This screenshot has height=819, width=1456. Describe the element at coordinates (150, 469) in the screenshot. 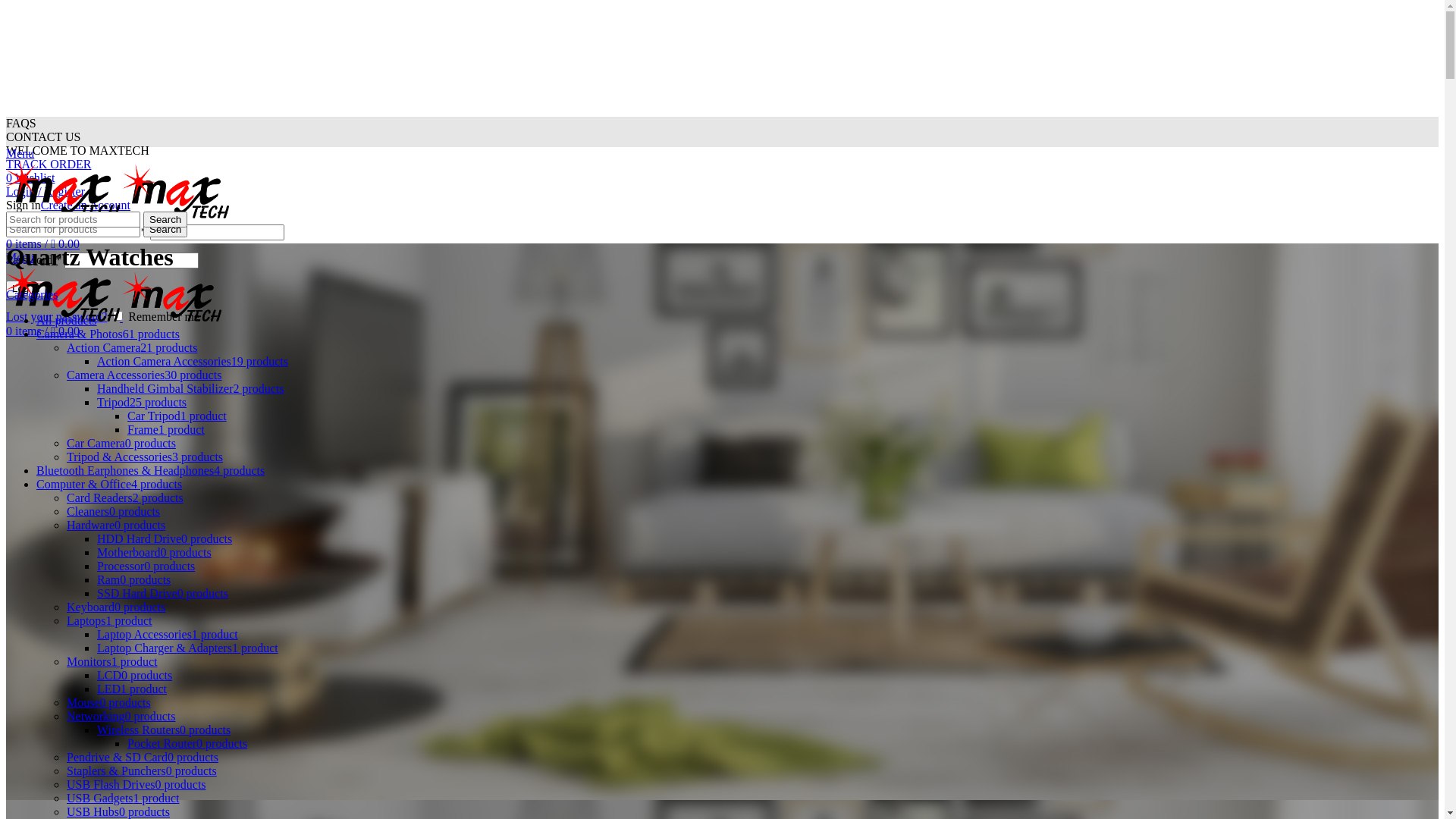

I see `'Bluetooth Earphones & Headphones4 products'` at that location.